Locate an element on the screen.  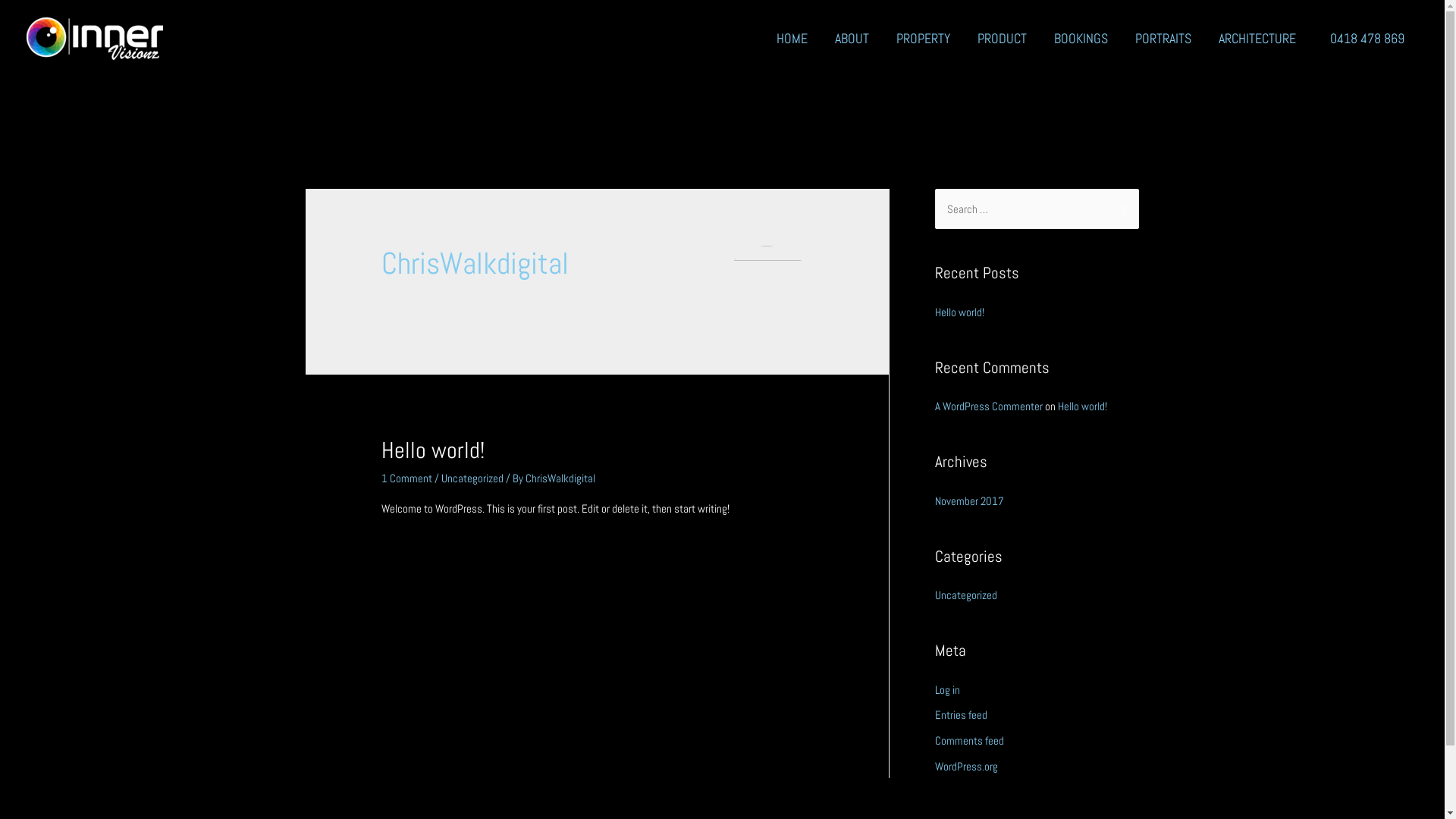
'WordPress.org' is located at coordinates (965, 766).